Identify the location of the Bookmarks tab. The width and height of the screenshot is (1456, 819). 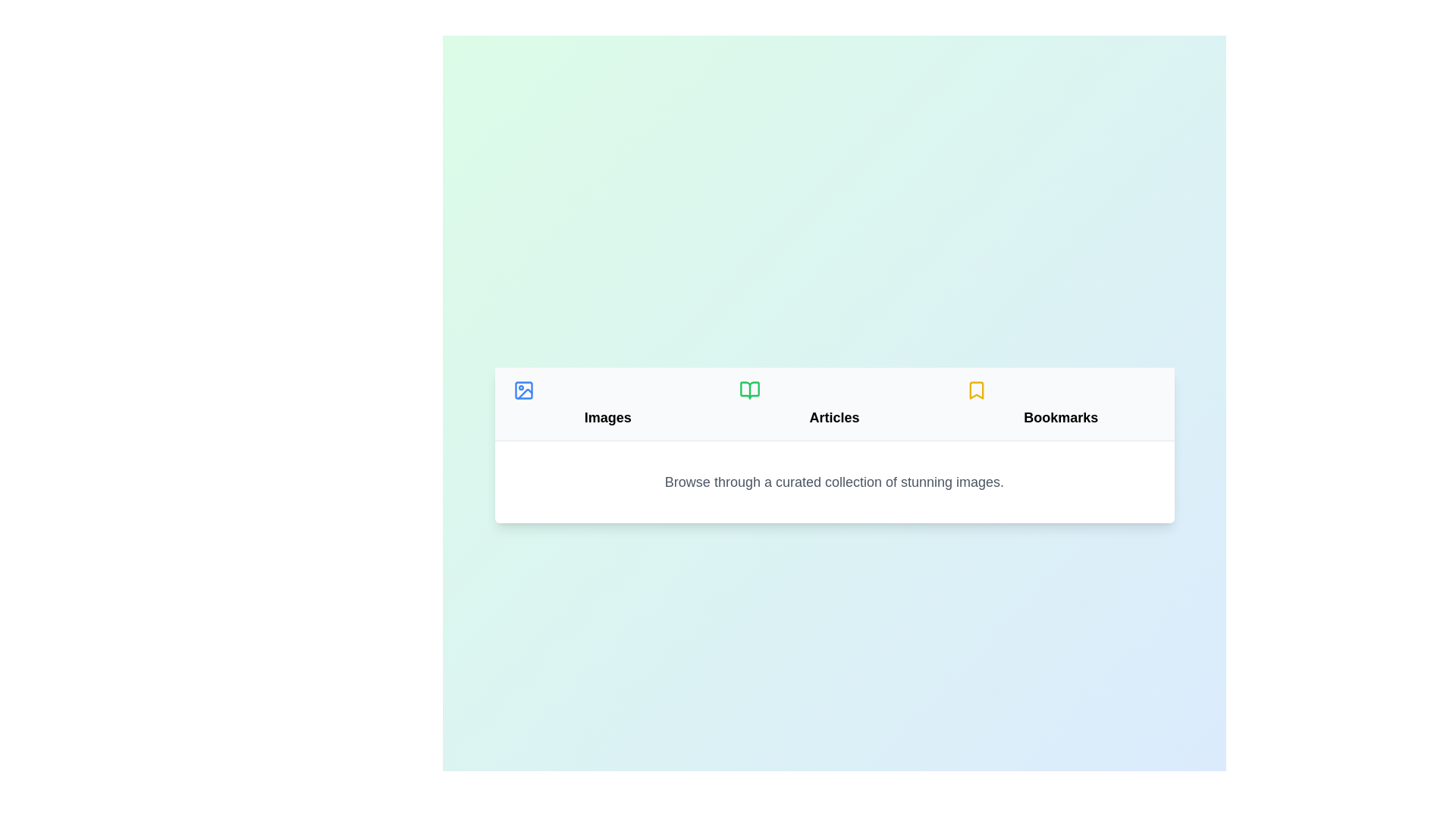
(1060, 403).